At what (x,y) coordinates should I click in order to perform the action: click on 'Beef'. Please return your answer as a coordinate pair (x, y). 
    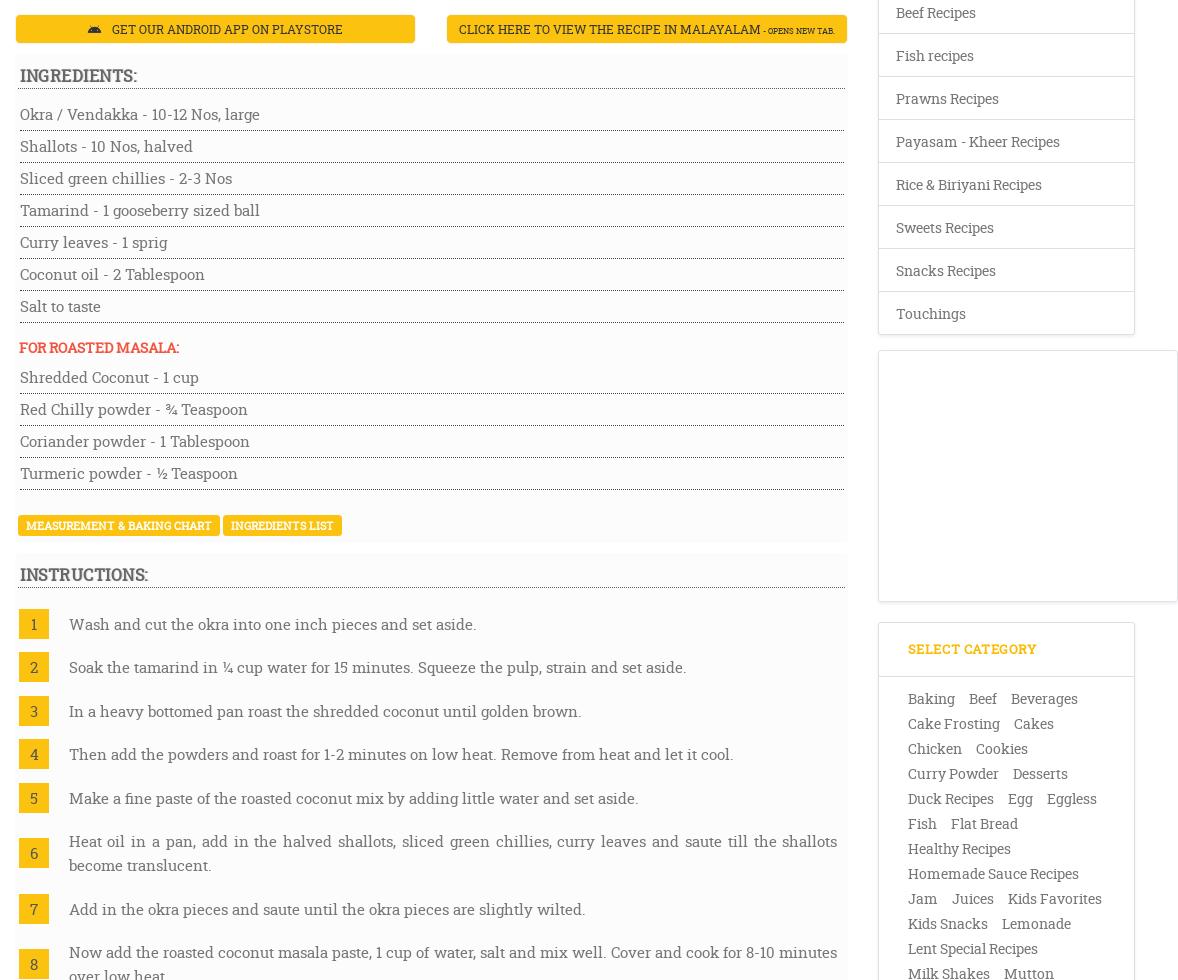
    Looking at the image, I should click on (981, 698).